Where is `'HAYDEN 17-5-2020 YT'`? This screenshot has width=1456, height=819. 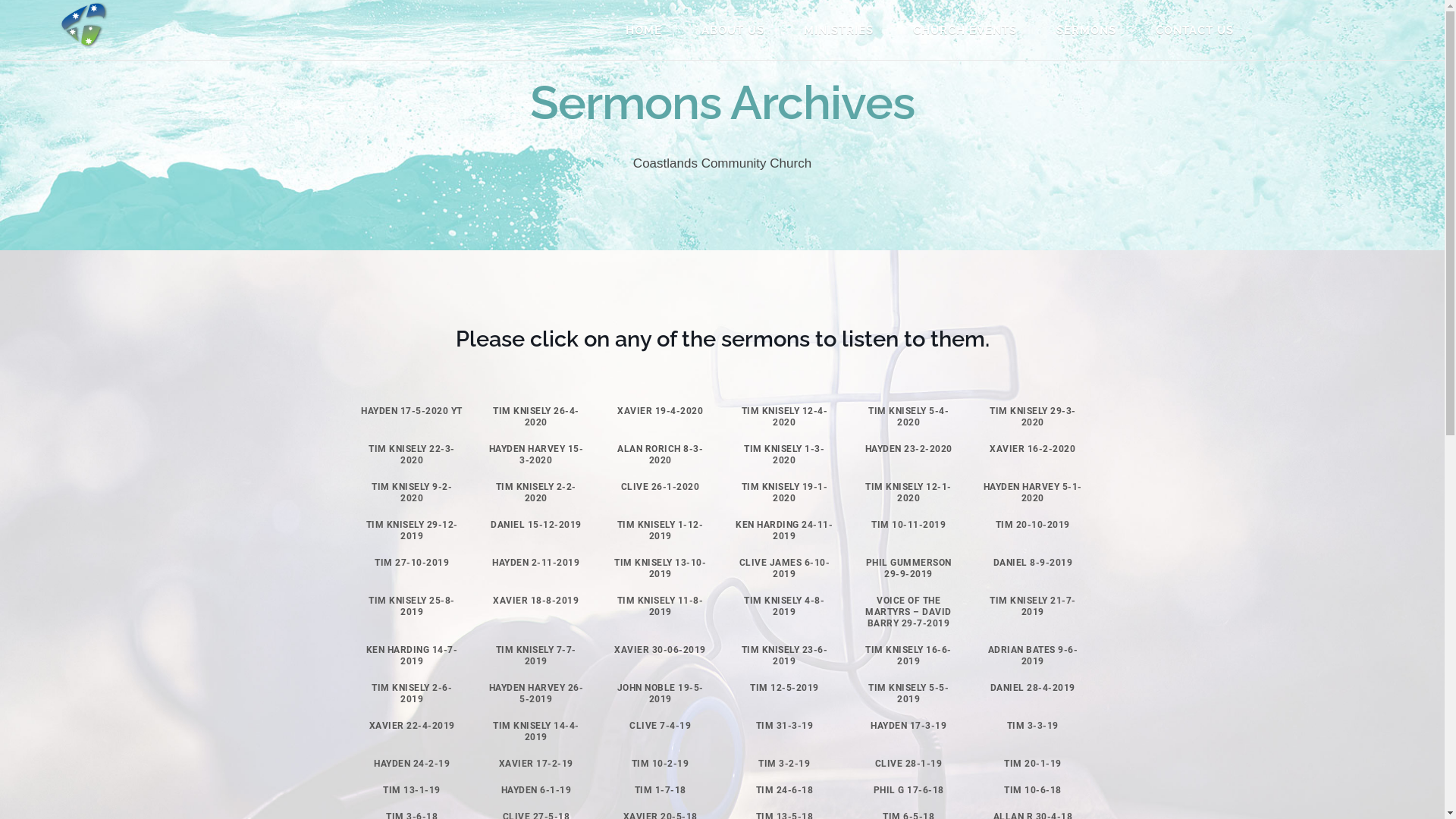 'HAYDEN 17-5-2020 YT' is located at coordinates (411, 411).